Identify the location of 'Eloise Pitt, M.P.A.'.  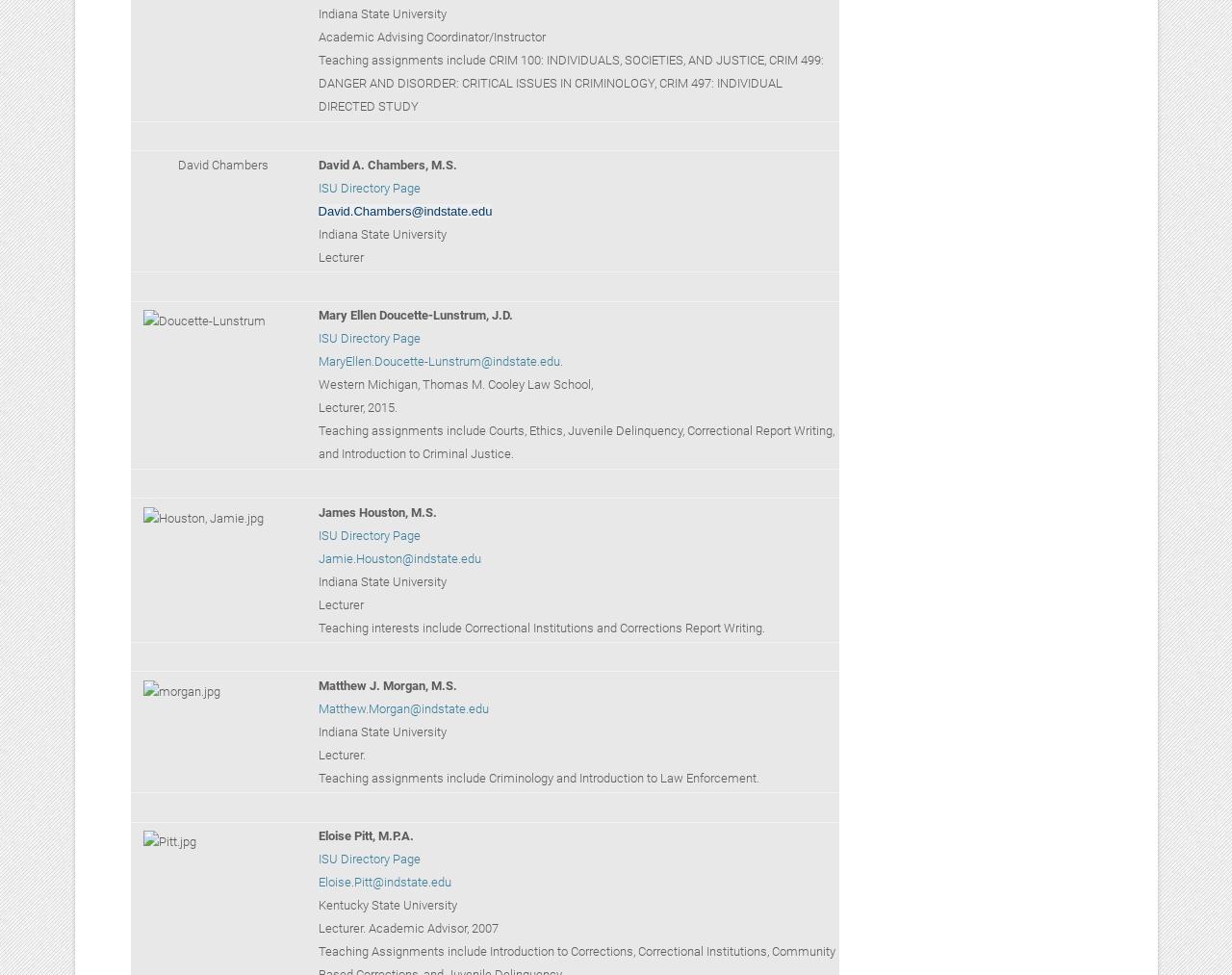
(365, 834).